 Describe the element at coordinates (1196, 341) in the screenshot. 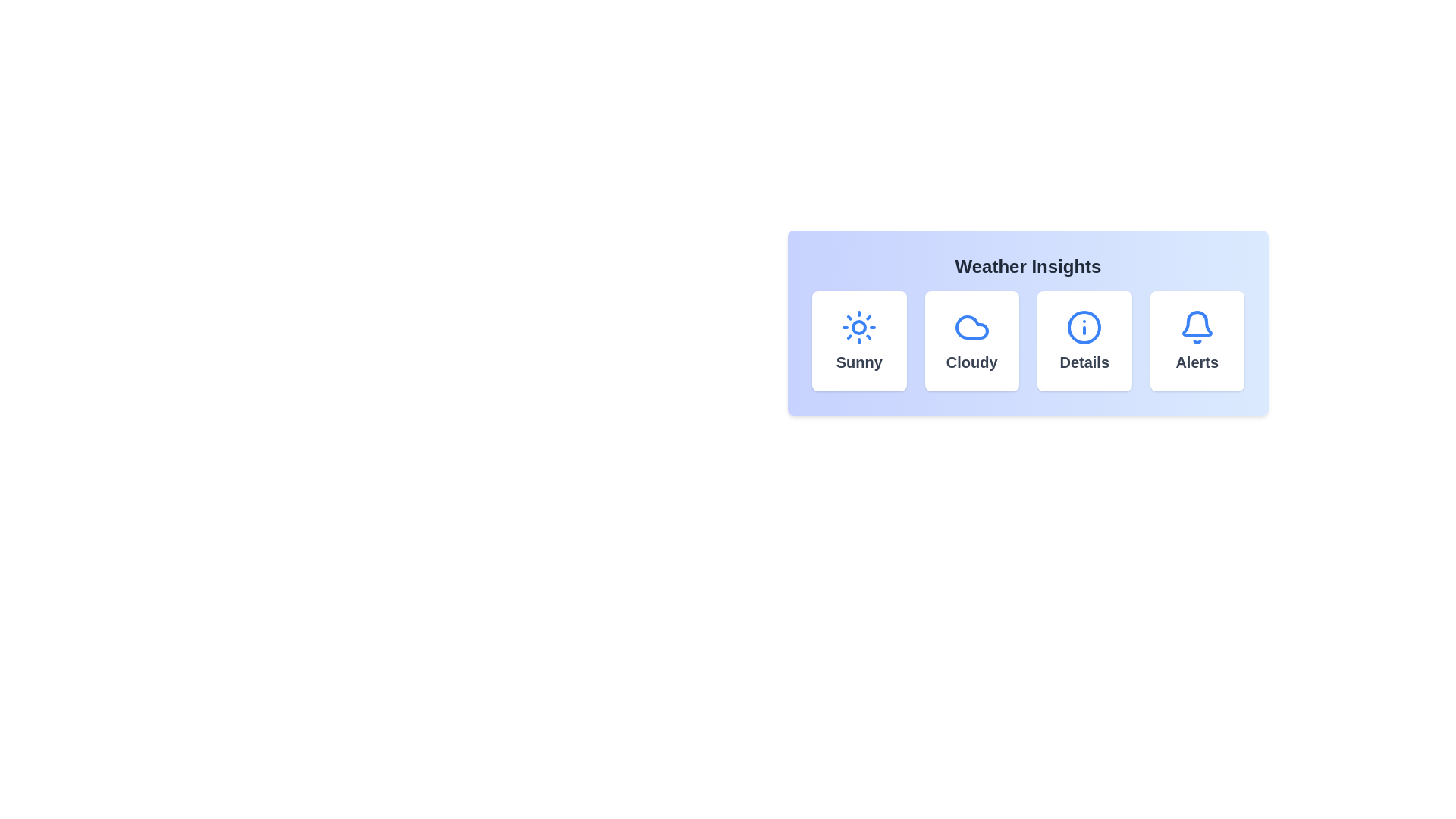

I see `the fourth card in the 'Weather Insights' section` at that location.